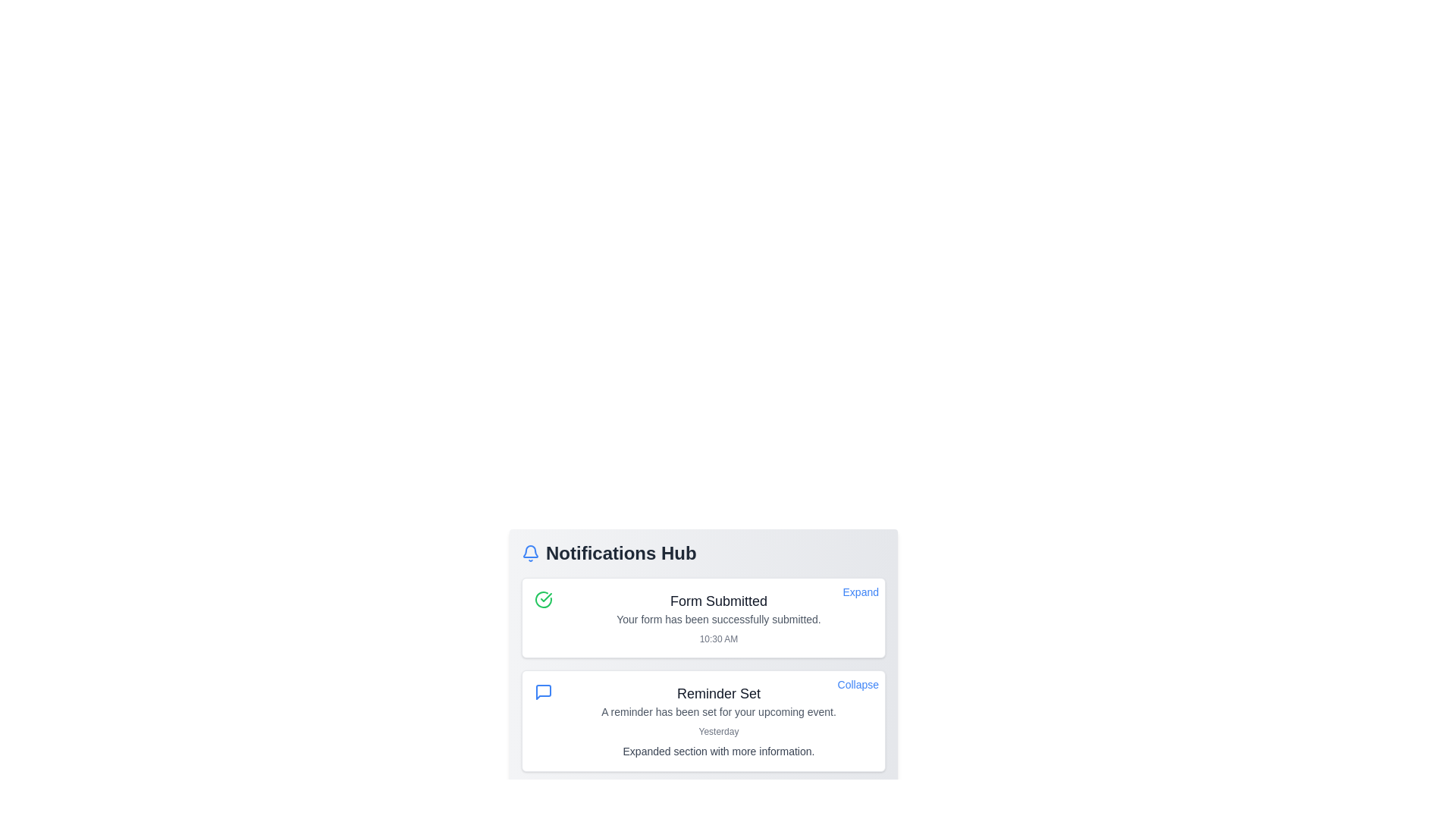  What do you see at coordinates (858, 684) in the screenshot?
I see `the text link in the top-right corner of the 'Reminder Set' notification card to collapse its contents` at bounding box center [858, 684].